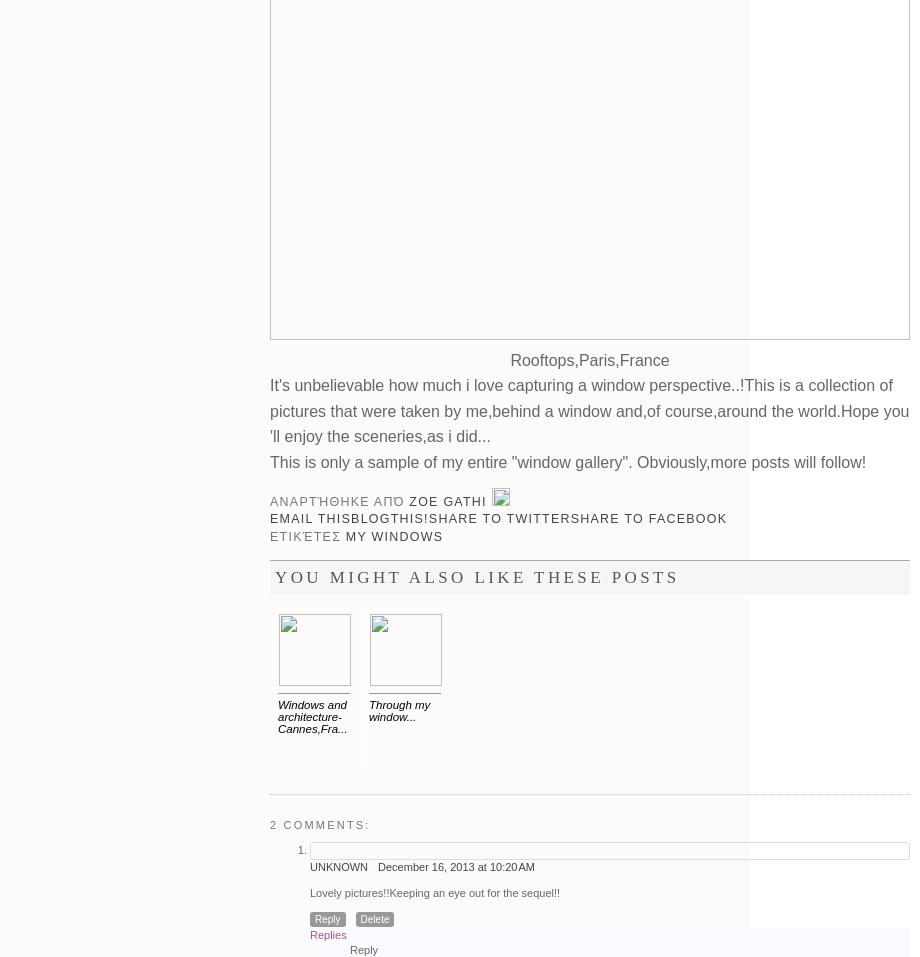  What do you see at coordinates (373, 919) in the screenshot?
I see `'Delete'` at bounding box center [373, 919].